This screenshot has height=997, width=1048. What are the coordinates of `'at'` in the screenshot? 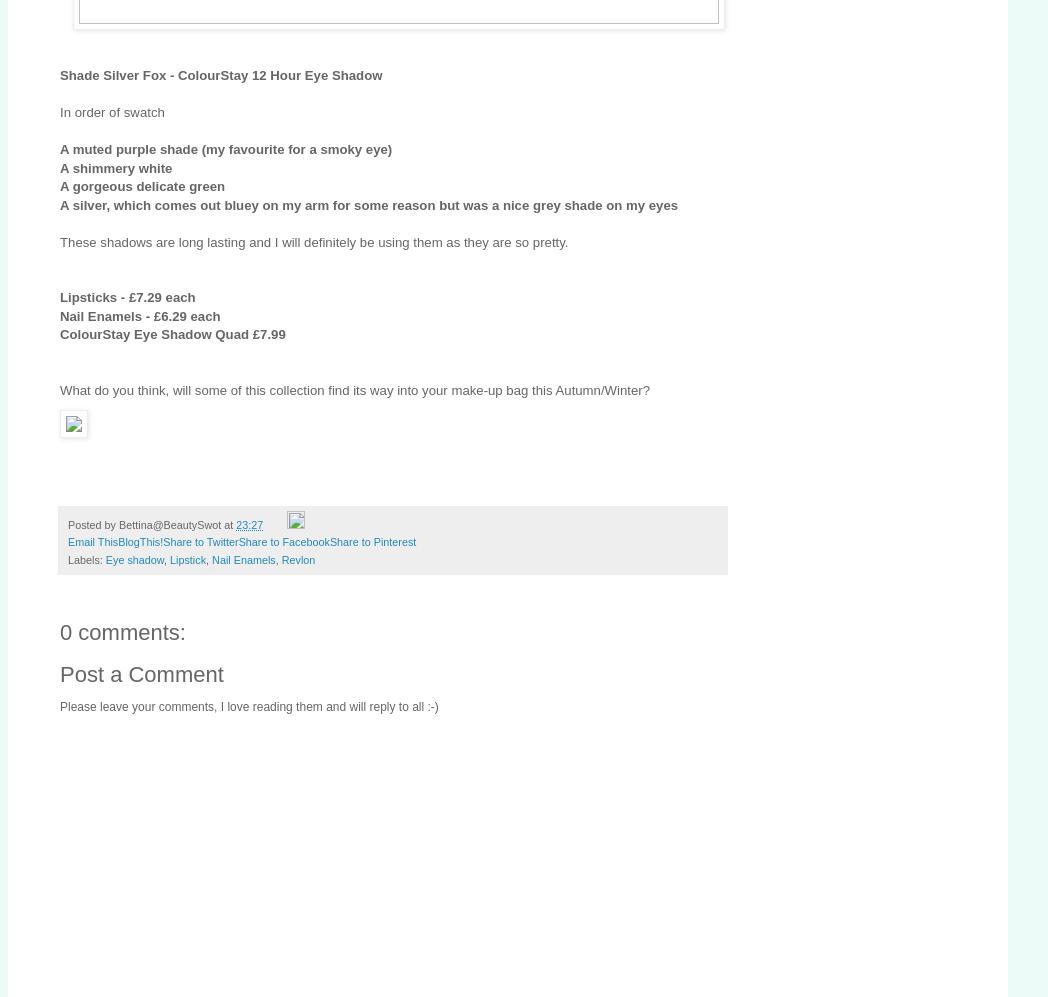 It's located at (230, 523).